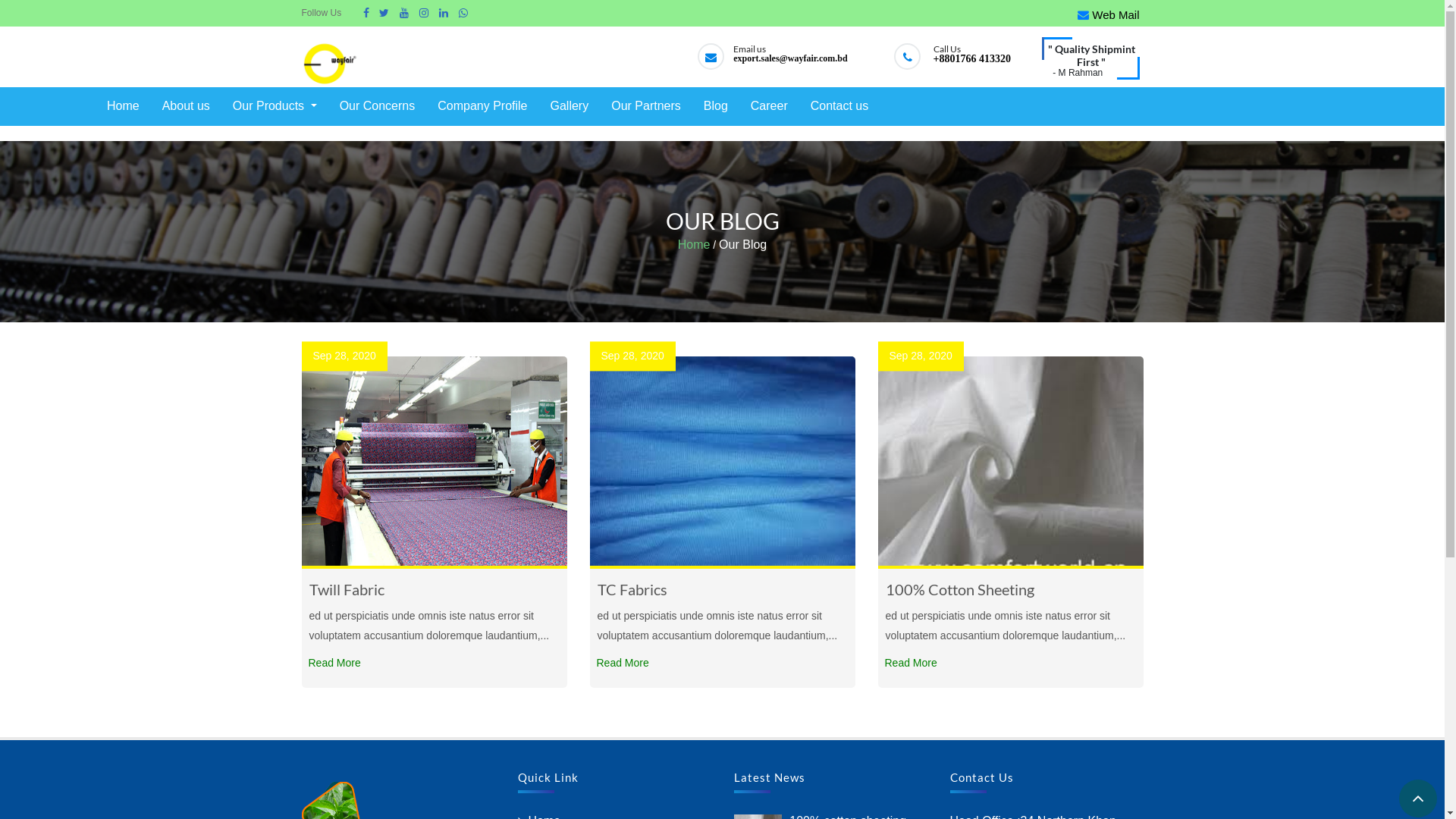  I want to click on 'Home', so click(102, 105).